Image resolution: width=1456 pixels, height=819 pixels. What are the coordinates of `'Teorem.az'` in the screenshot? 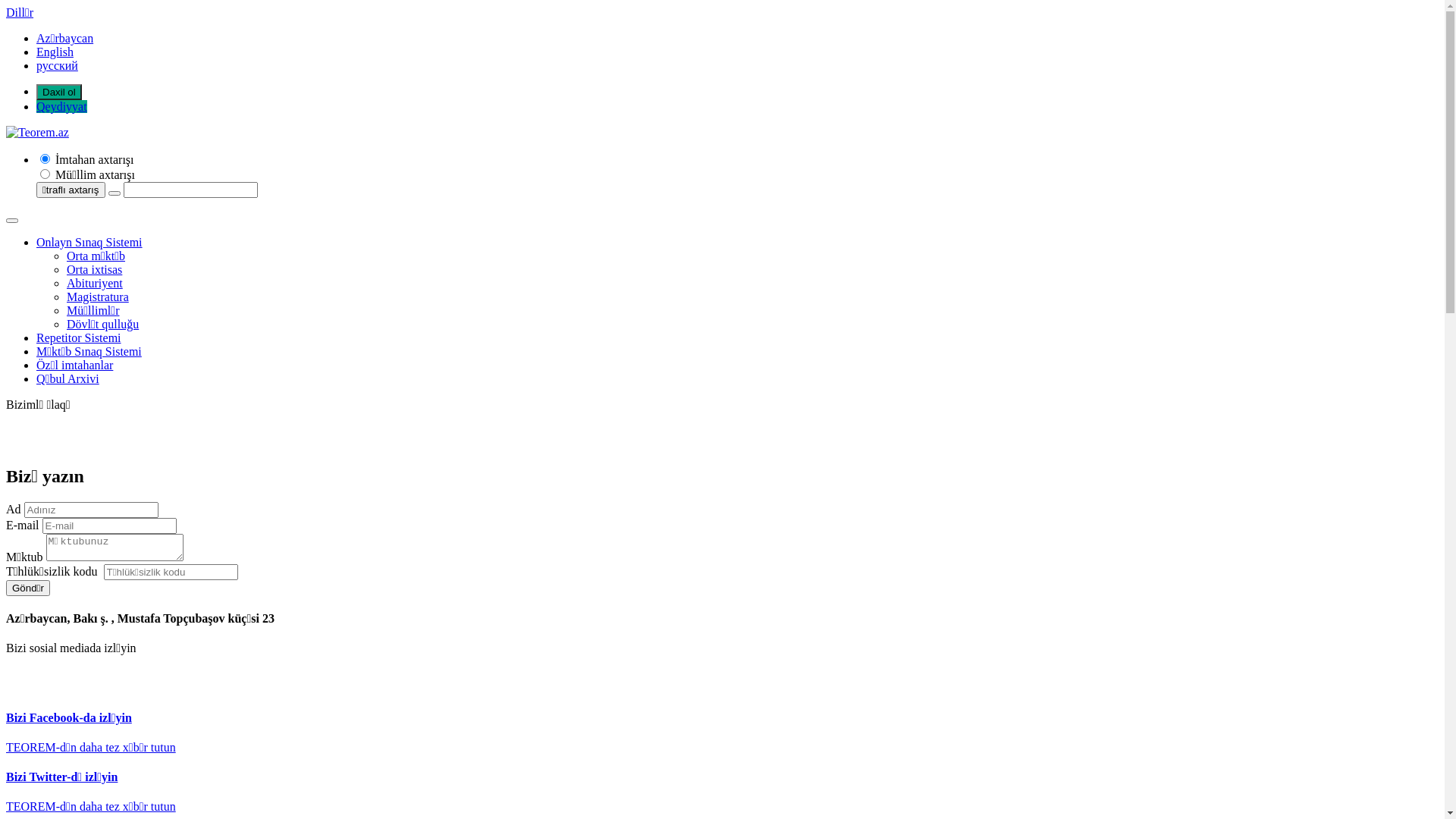 It's located at (37, 131).